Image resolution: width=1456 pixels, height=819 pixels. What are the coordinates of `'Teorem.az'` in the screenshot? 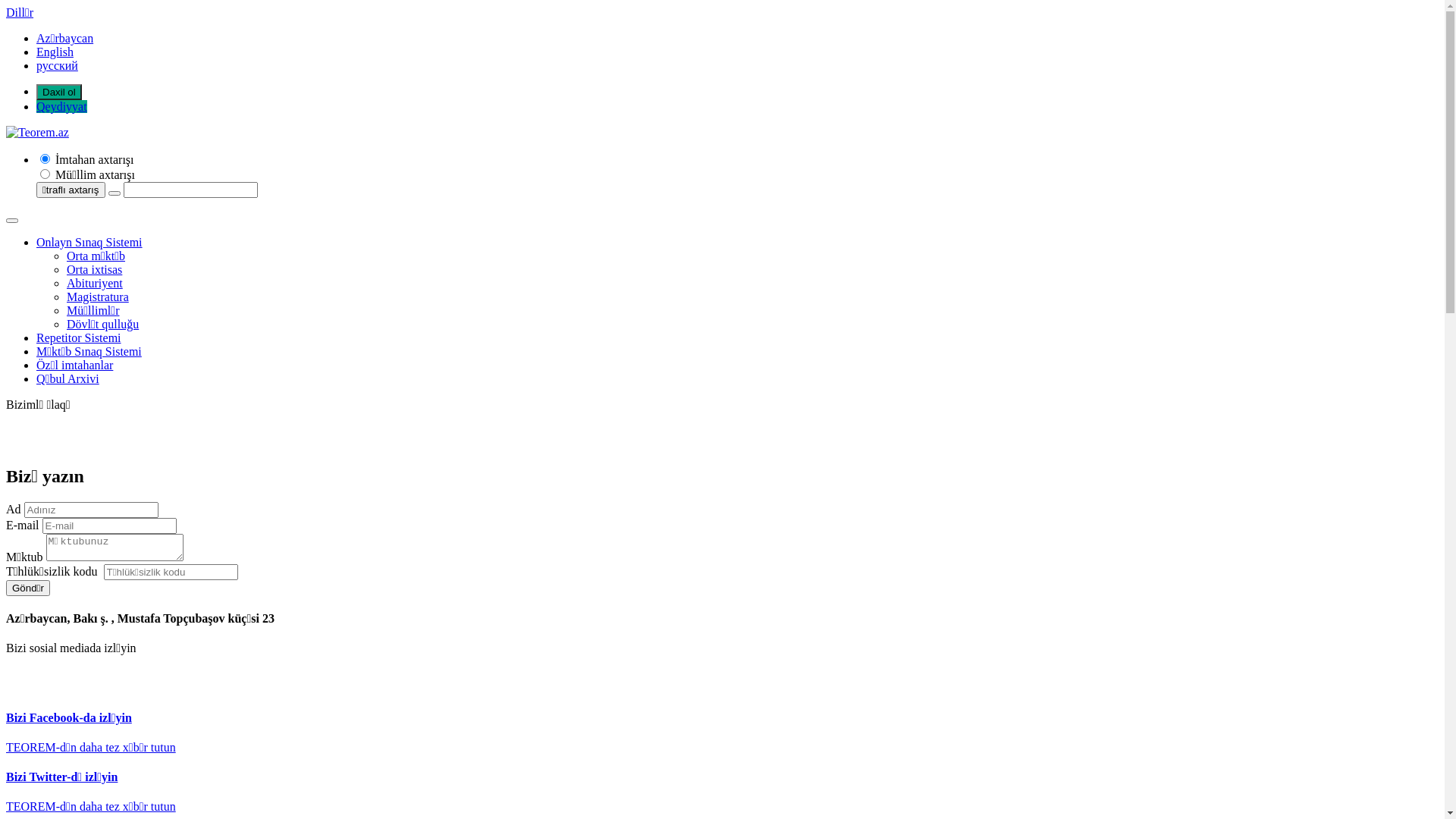 It's located at (37, 131).